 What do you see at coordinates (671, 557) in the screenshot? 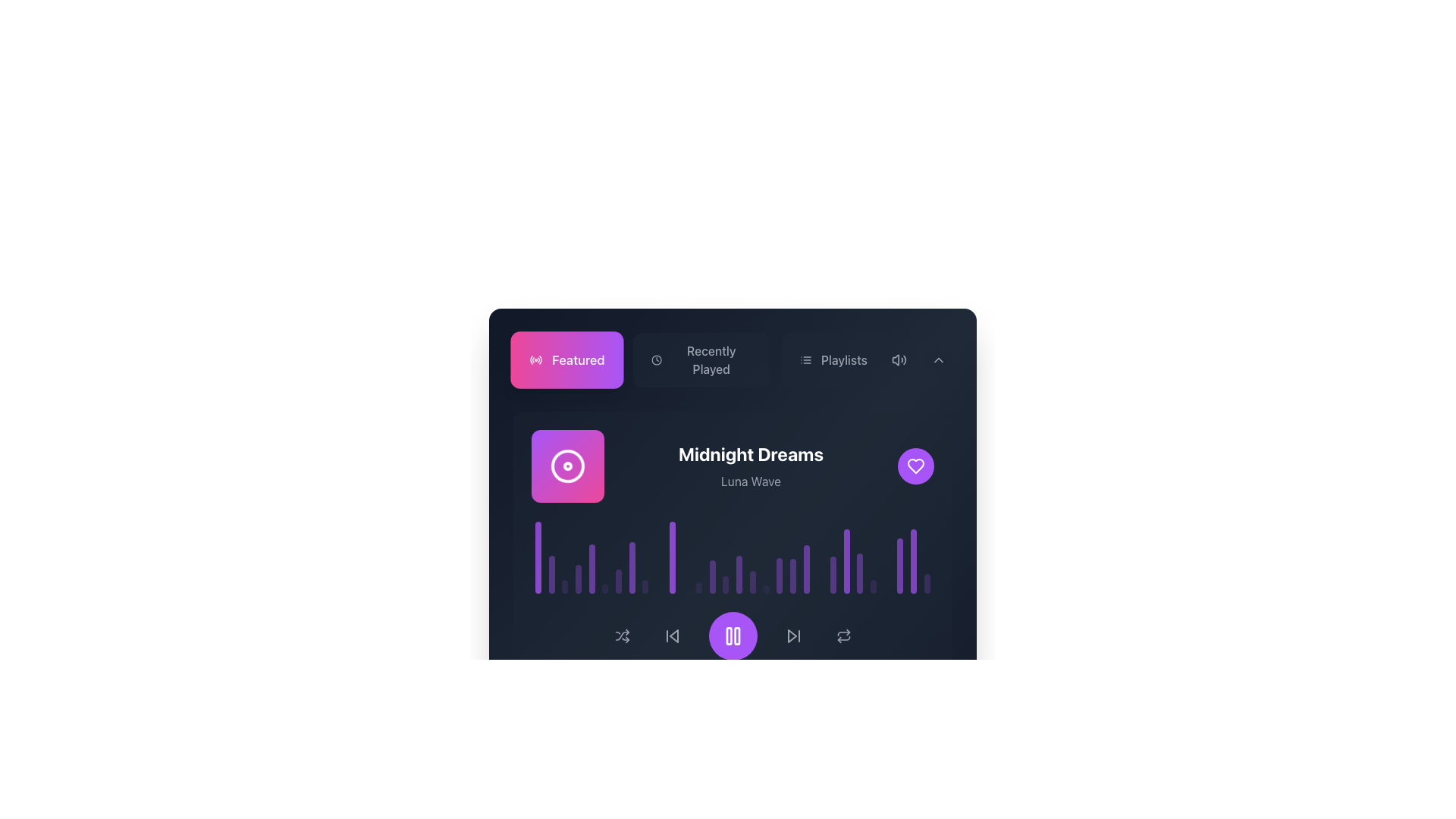
I see `the eleventh vertical bar of the audio visualizer, which reflects a specific audio frequency's amplitude` at bounding box center [671, 557].